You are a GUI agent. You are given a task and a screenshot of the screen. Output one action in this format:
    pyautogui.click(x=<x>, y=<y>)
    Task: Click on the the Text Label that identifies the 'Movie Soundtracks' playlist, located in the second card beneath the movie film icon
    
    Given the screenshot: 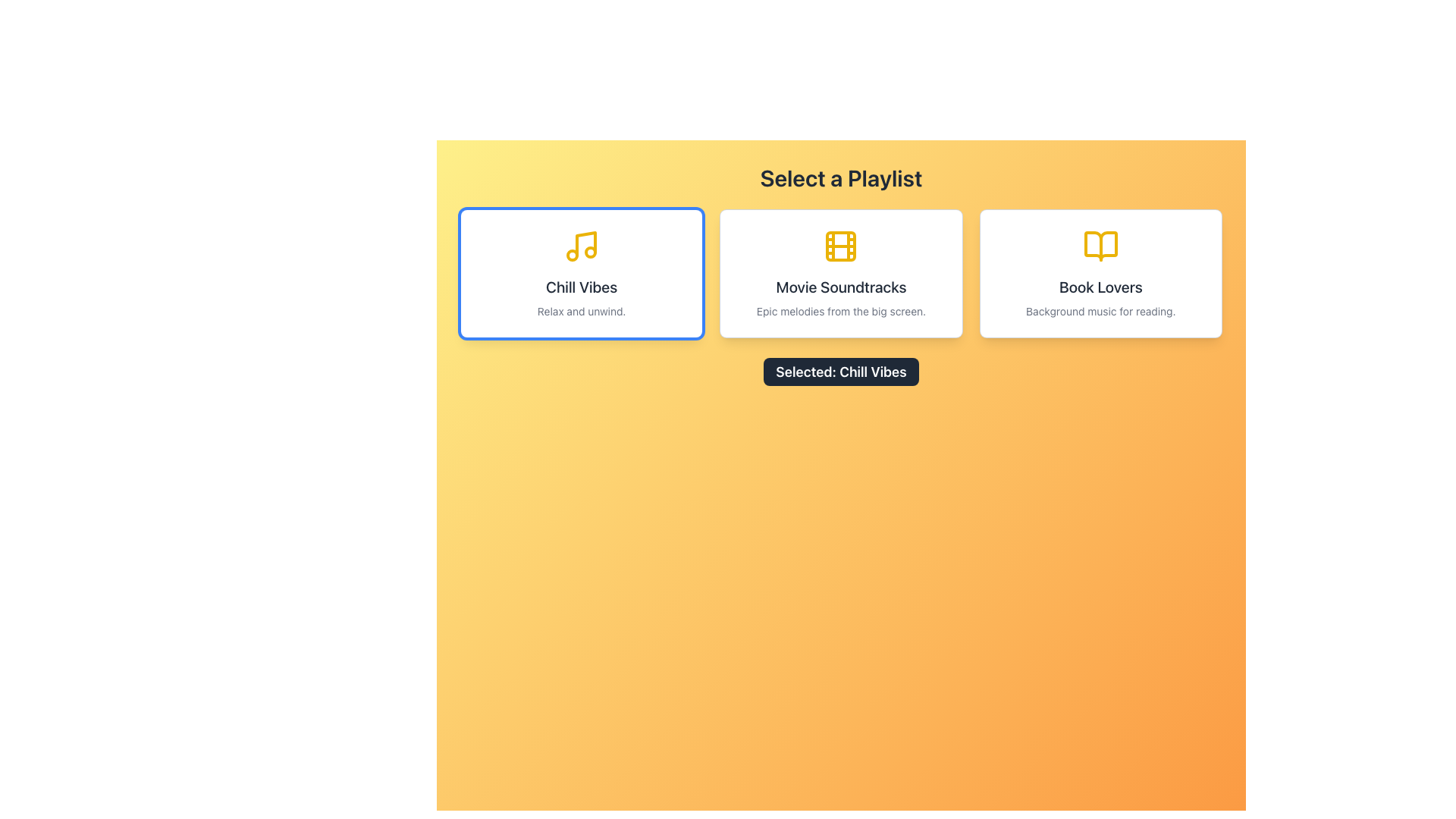 What is the action you would take?
    pyautogui.click(x=840, y=287)
    